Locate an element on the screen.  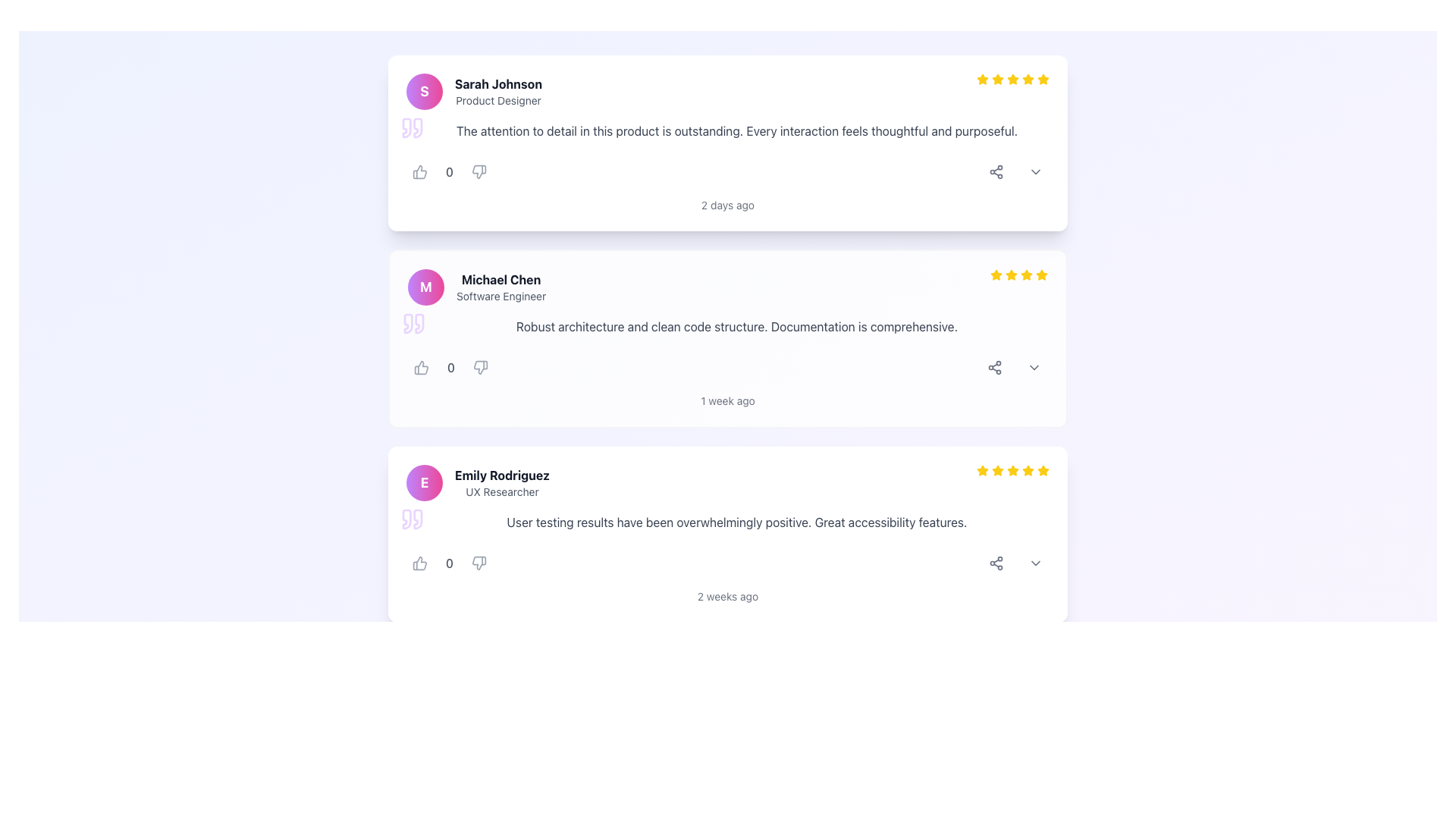
the third star icon in the top-right corner of the second review card by 'Michael Chen' is located at coordinates (1012, 275).